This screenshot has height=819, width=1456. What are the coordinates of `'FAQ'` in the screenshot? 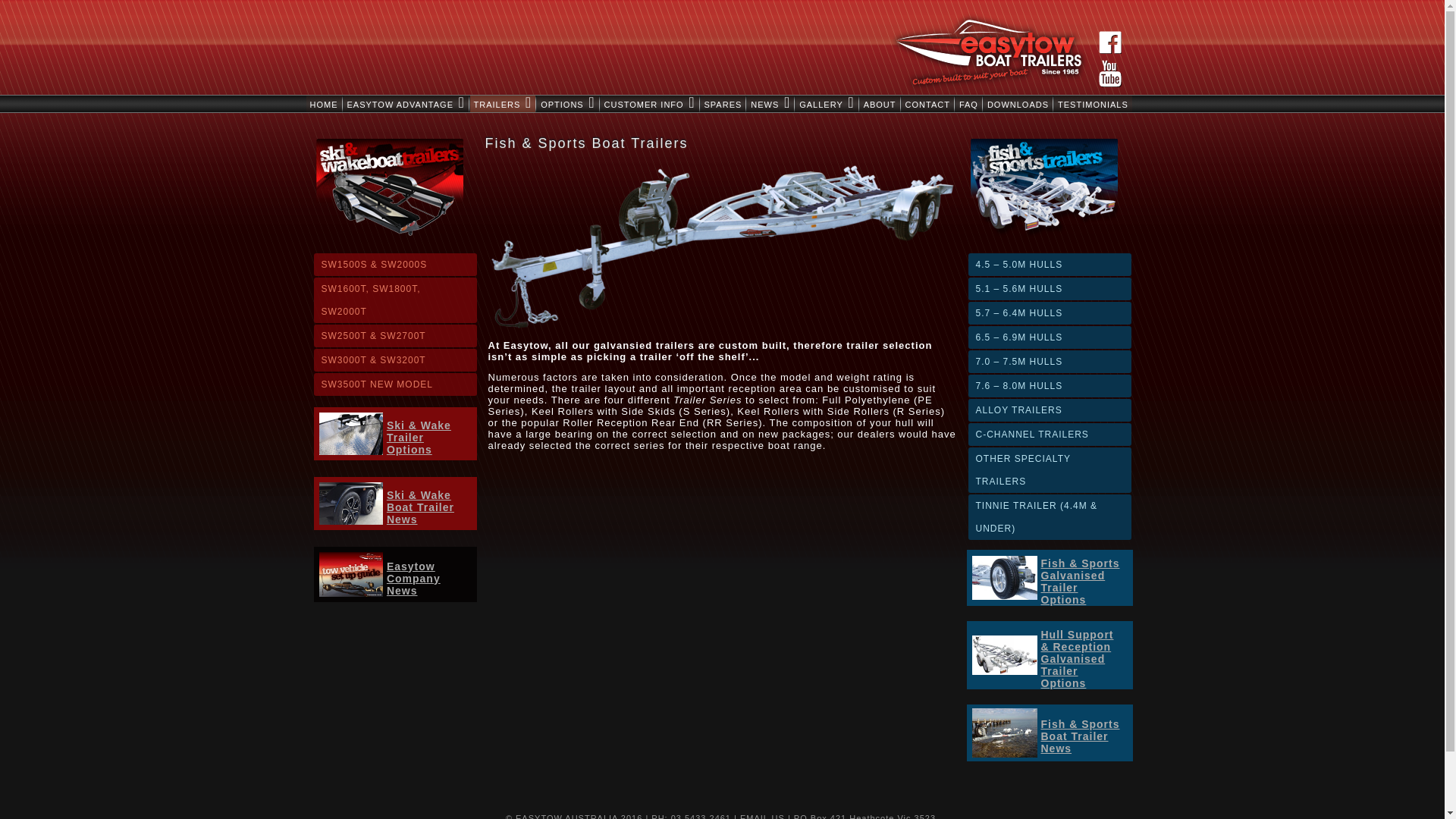 It's located at (954, 103).